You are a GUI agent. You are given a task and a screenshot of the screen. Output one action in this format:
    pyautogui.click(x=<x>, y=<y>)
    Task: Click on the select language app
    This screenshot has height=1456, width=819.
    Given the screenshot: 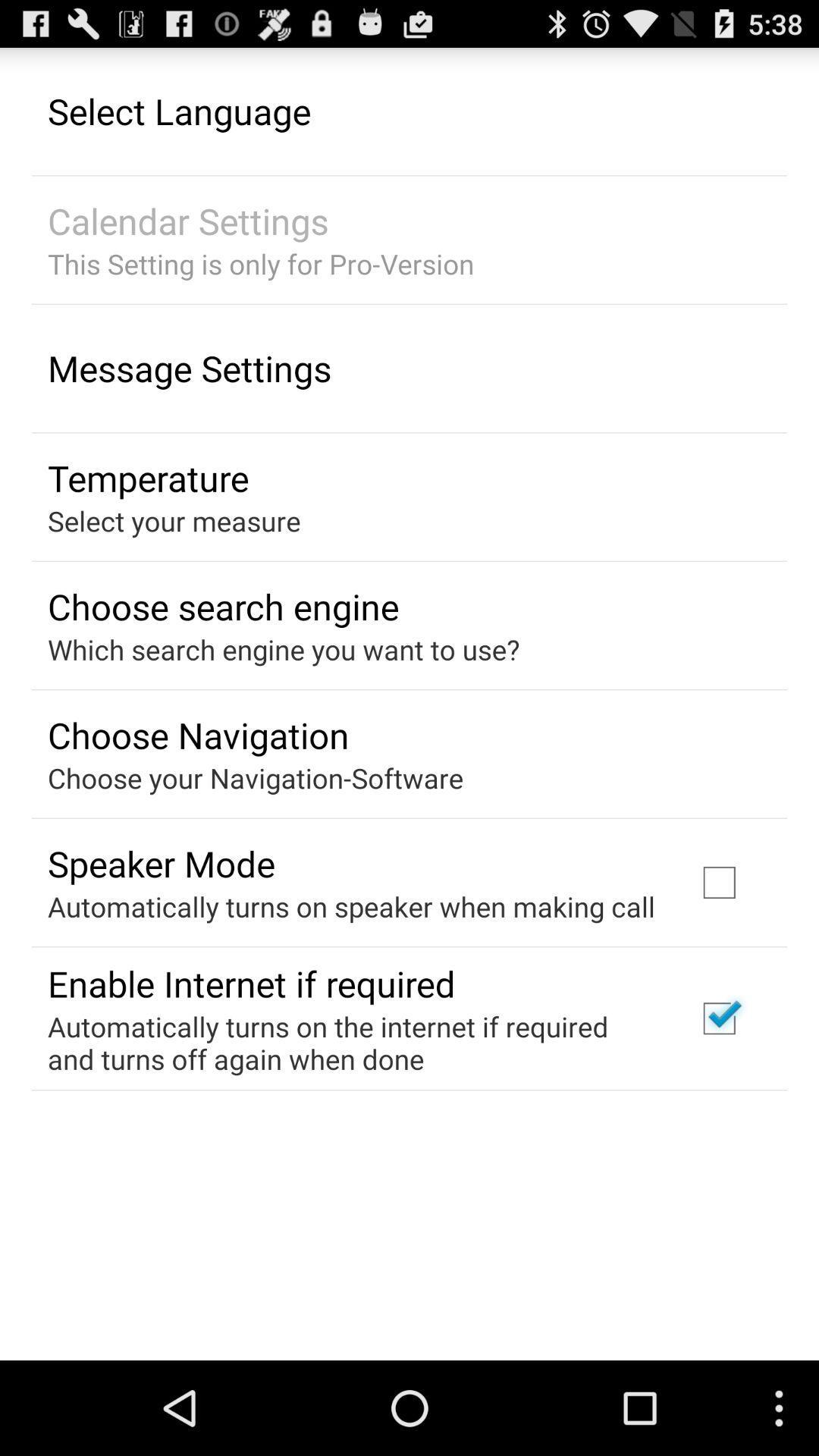 What is the action you would take?
    pyautogui.click(x=178, y=110)
    